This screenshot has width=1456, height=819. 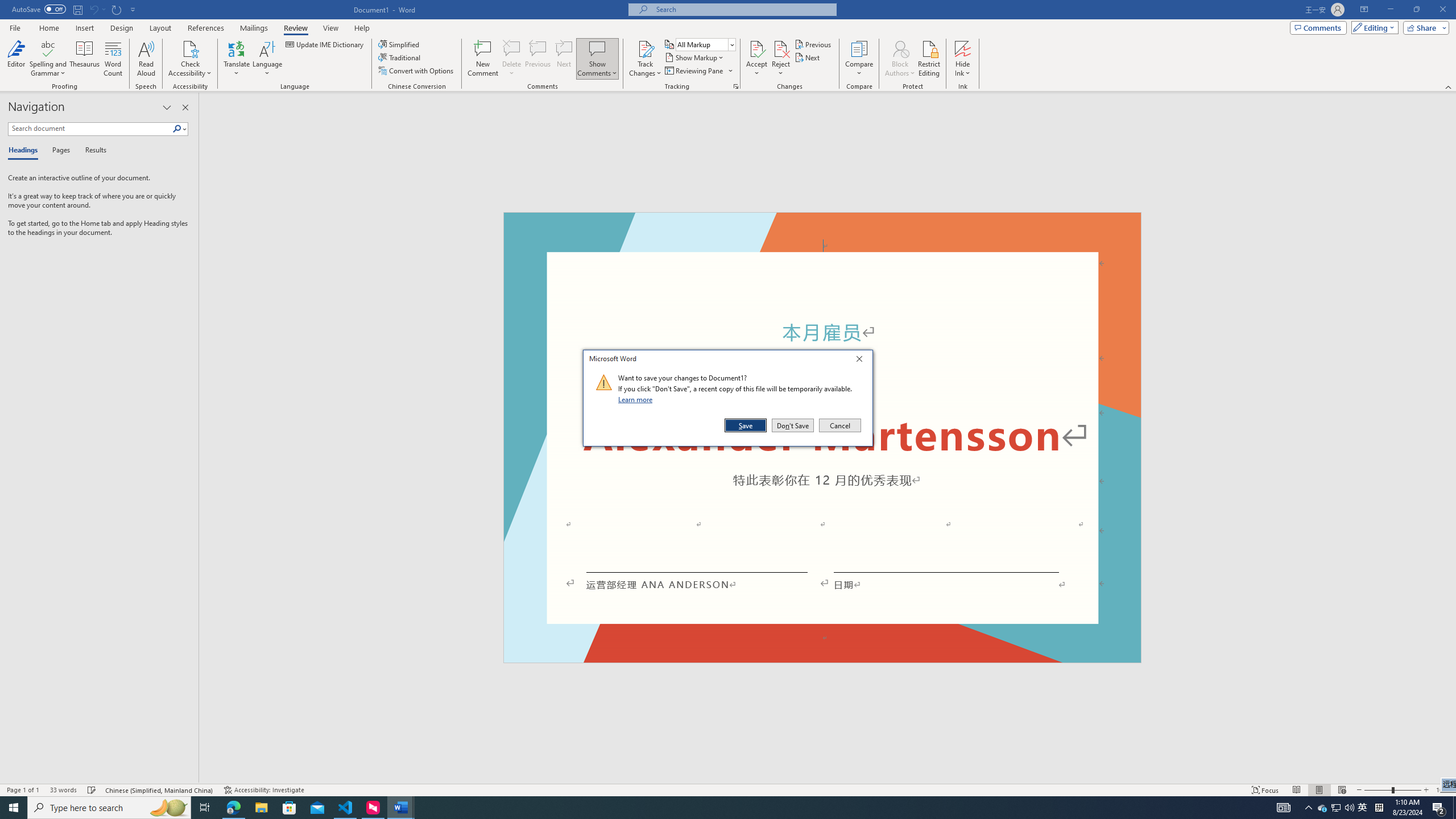 I want to click on 'Page Number Page 1 of 1', so click(x=23, y=790).